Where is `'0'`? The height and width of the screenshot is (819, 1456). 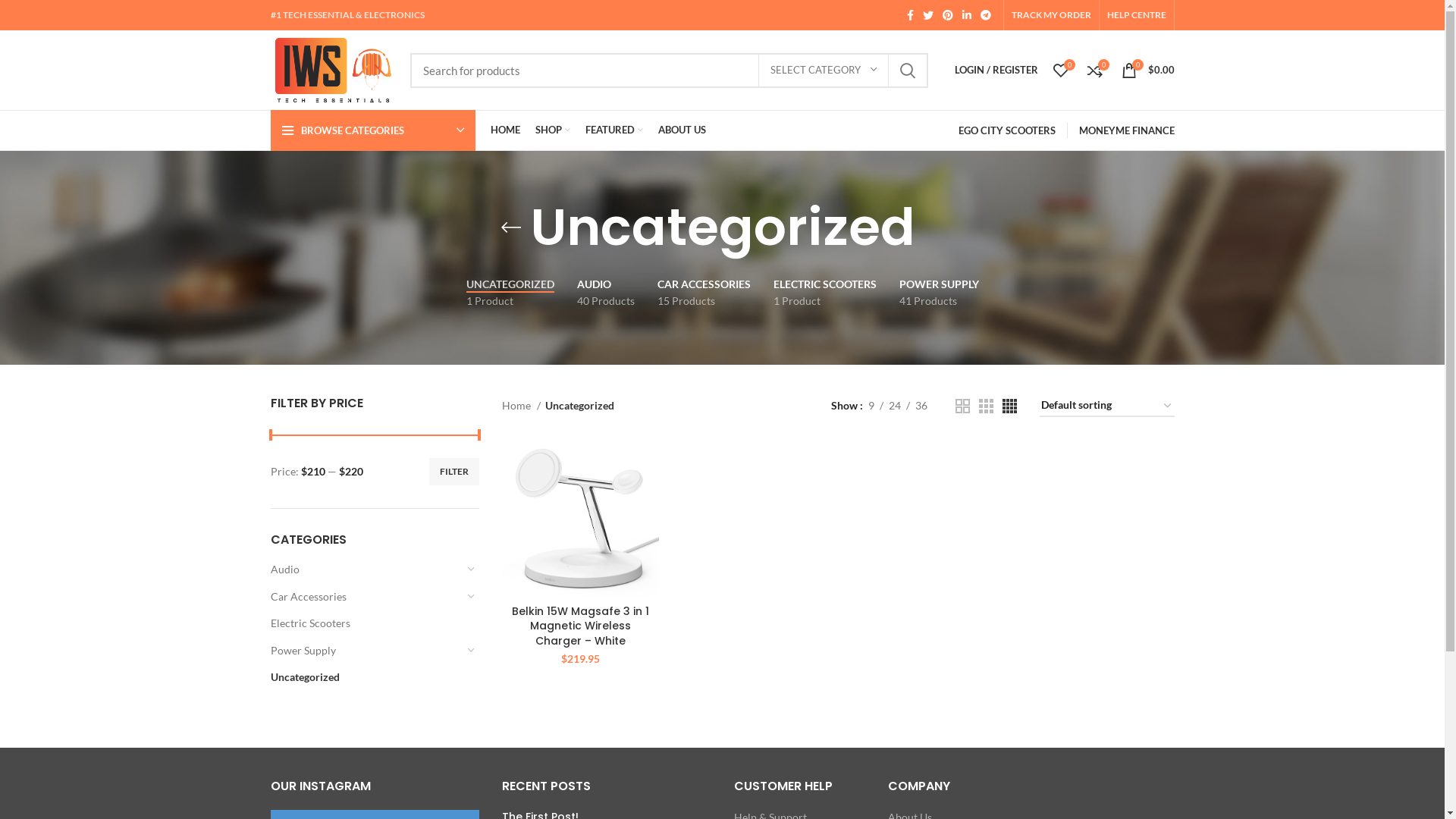 '0' is located at coordinates (1095, 70).